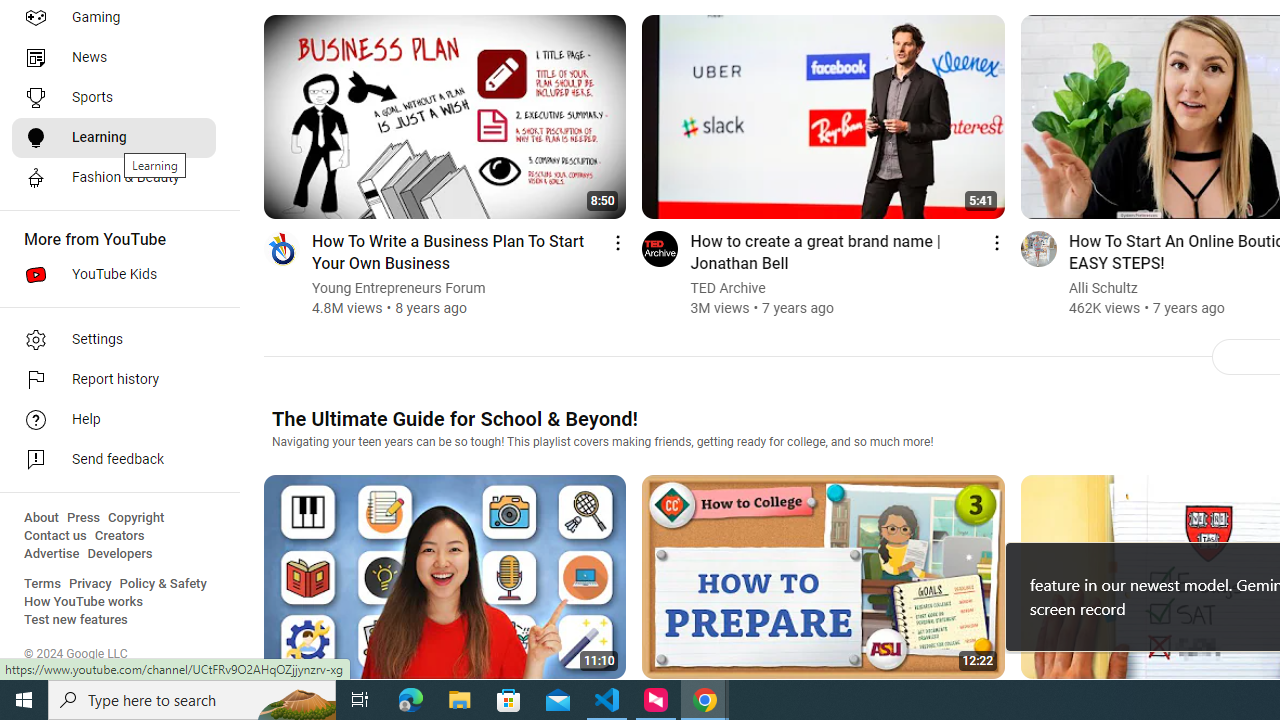 The width and height of the screenshot is (1280, 720). What do you see at coordinates (76, 619) in the screenshot?
I see `'Test new features'` at bounding box center [76, 619].